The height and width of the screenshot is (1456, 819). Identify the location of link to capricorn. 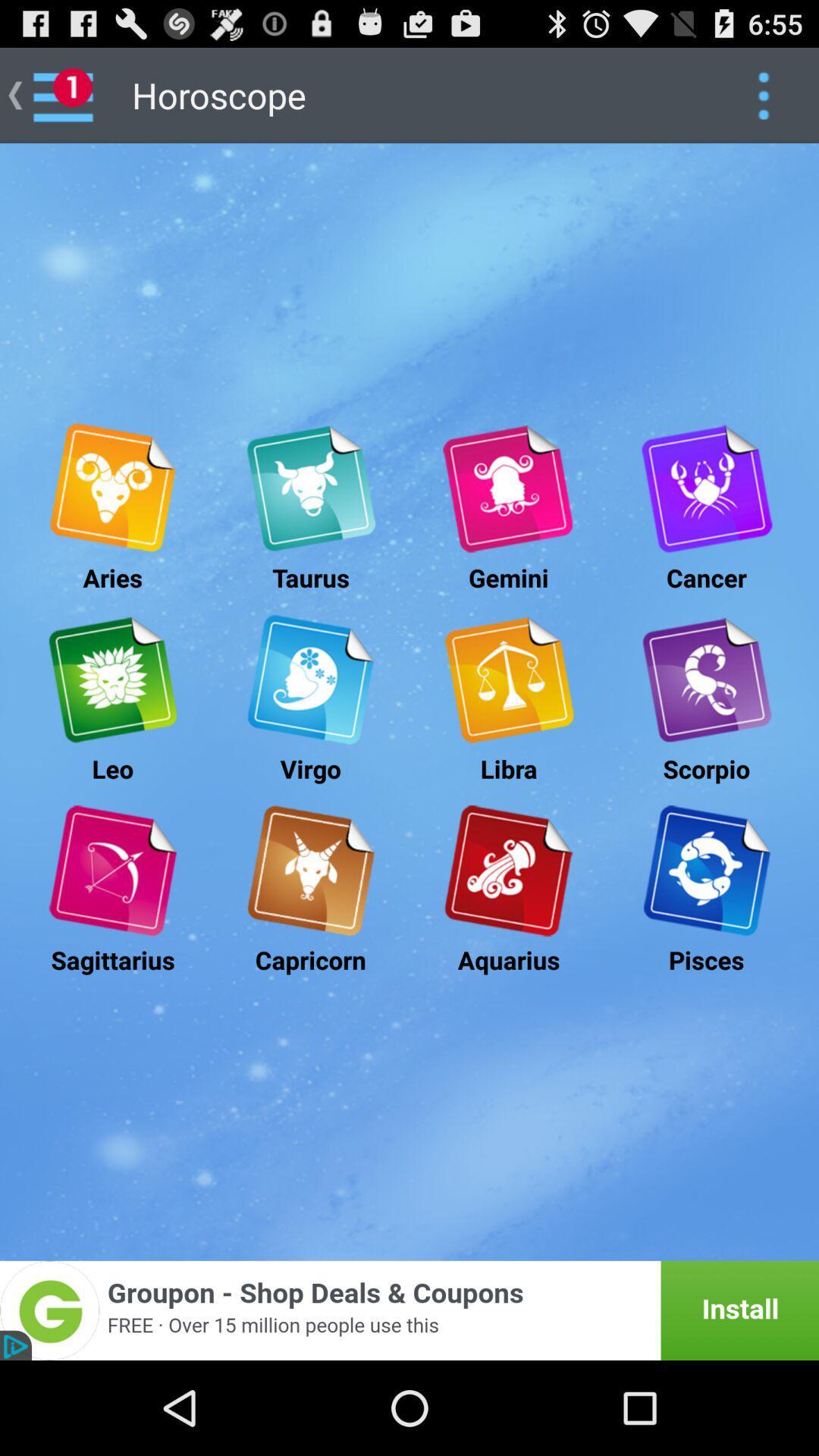
(309, 871).